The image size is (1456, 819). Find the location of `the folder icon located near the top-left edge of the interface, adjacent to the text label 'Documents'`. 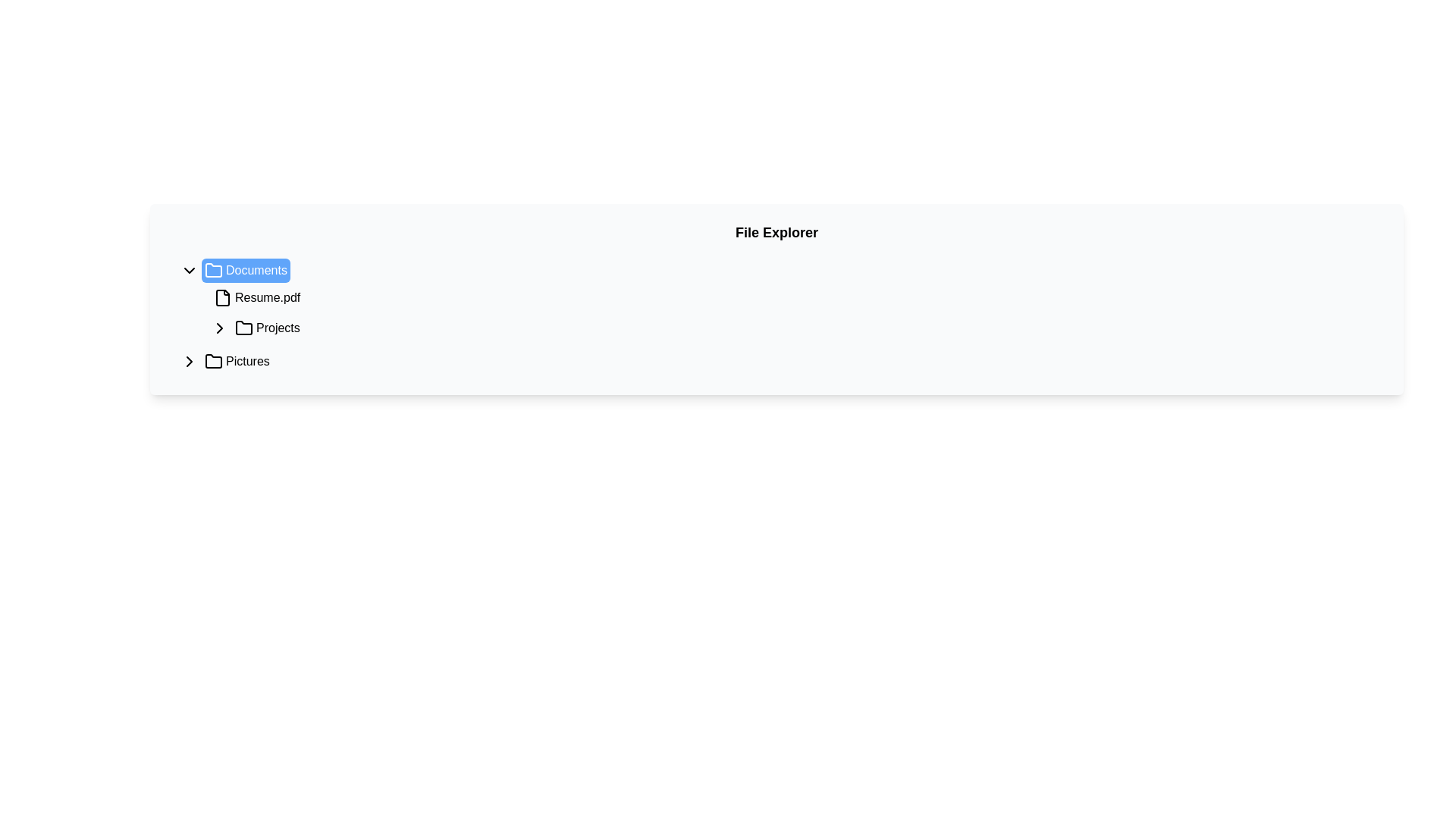

the folder icon located near the top-left edge of the interface, adjacent to the text label 'Documents' is located at coordinates (213, 269).